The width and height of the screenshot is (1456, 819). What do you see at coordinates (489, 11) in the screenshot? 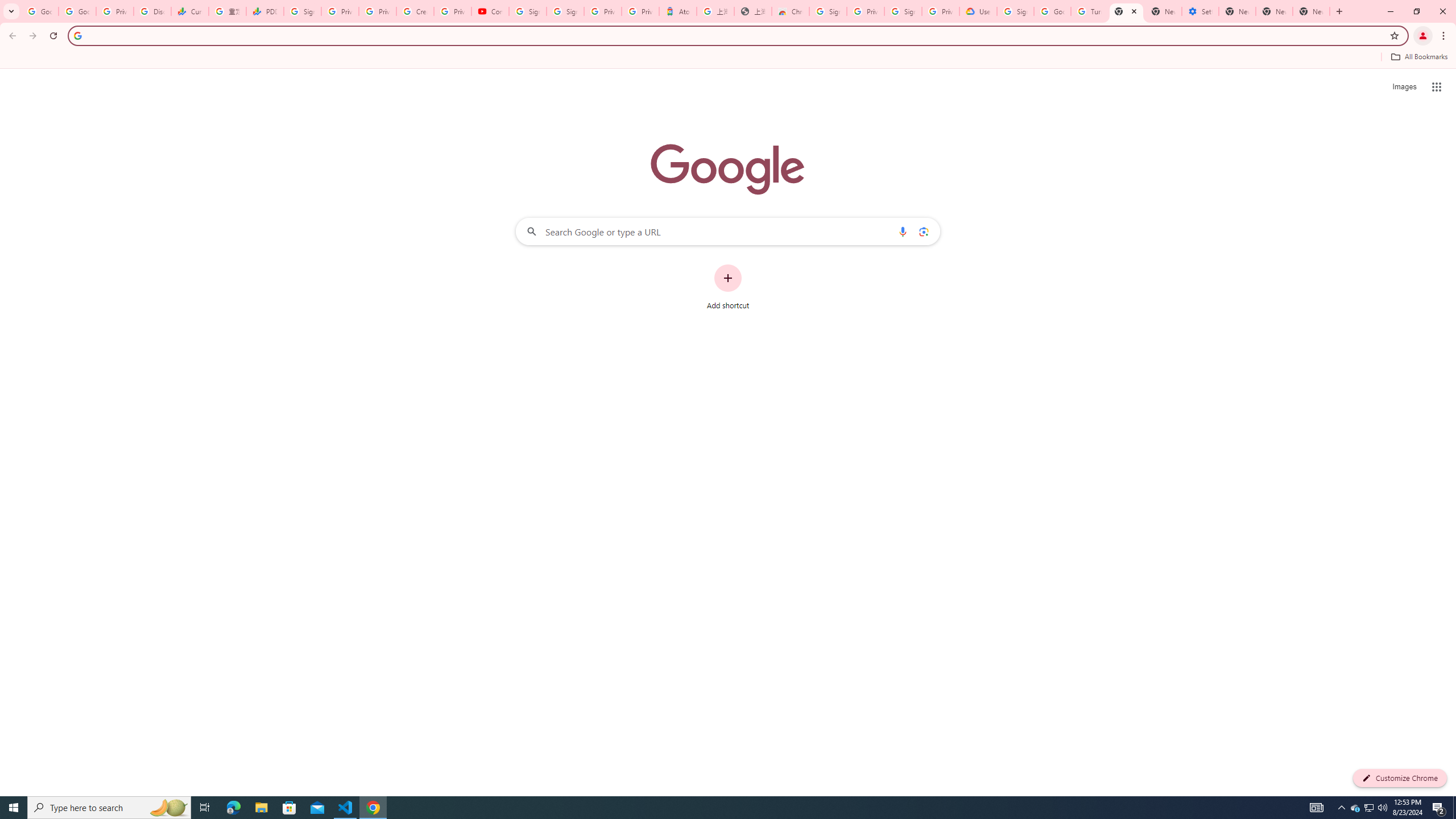
I see `'Content Creator Programs & Opportunities - YouTube Creators'` at bounding box center [489, 11].